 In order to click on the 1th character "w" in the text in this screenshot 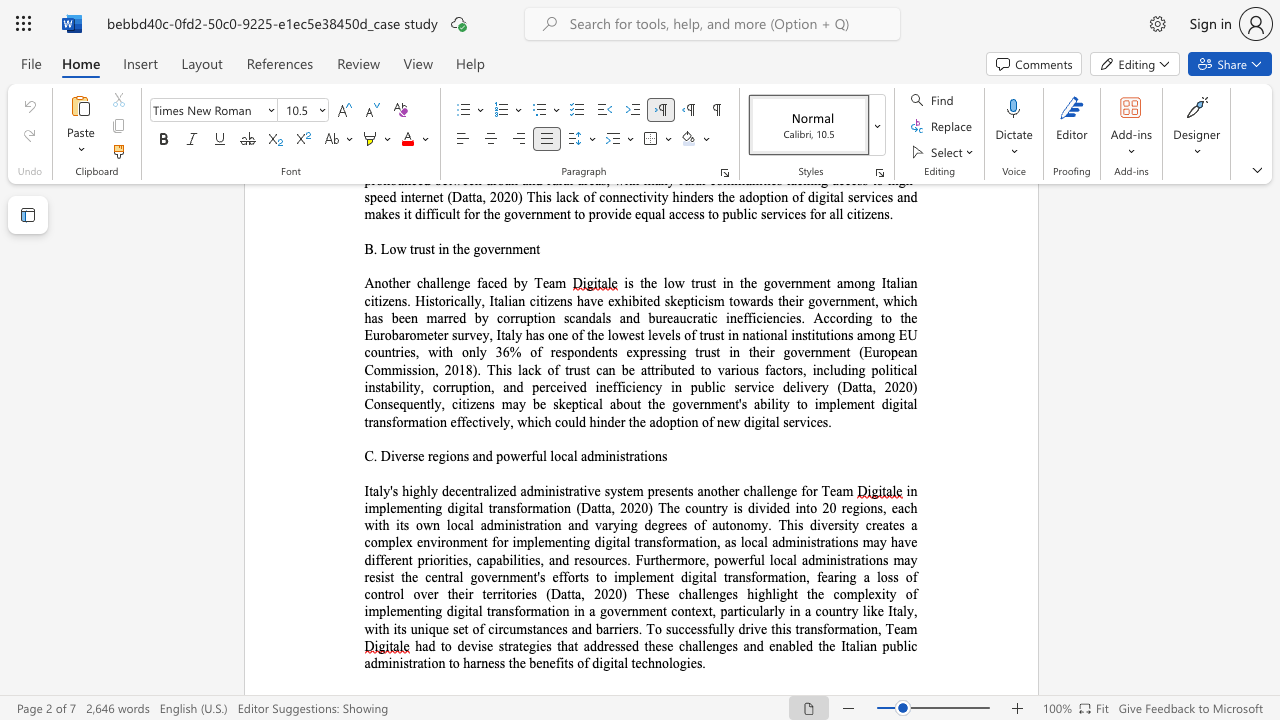, I will do `click(515, 456)`.